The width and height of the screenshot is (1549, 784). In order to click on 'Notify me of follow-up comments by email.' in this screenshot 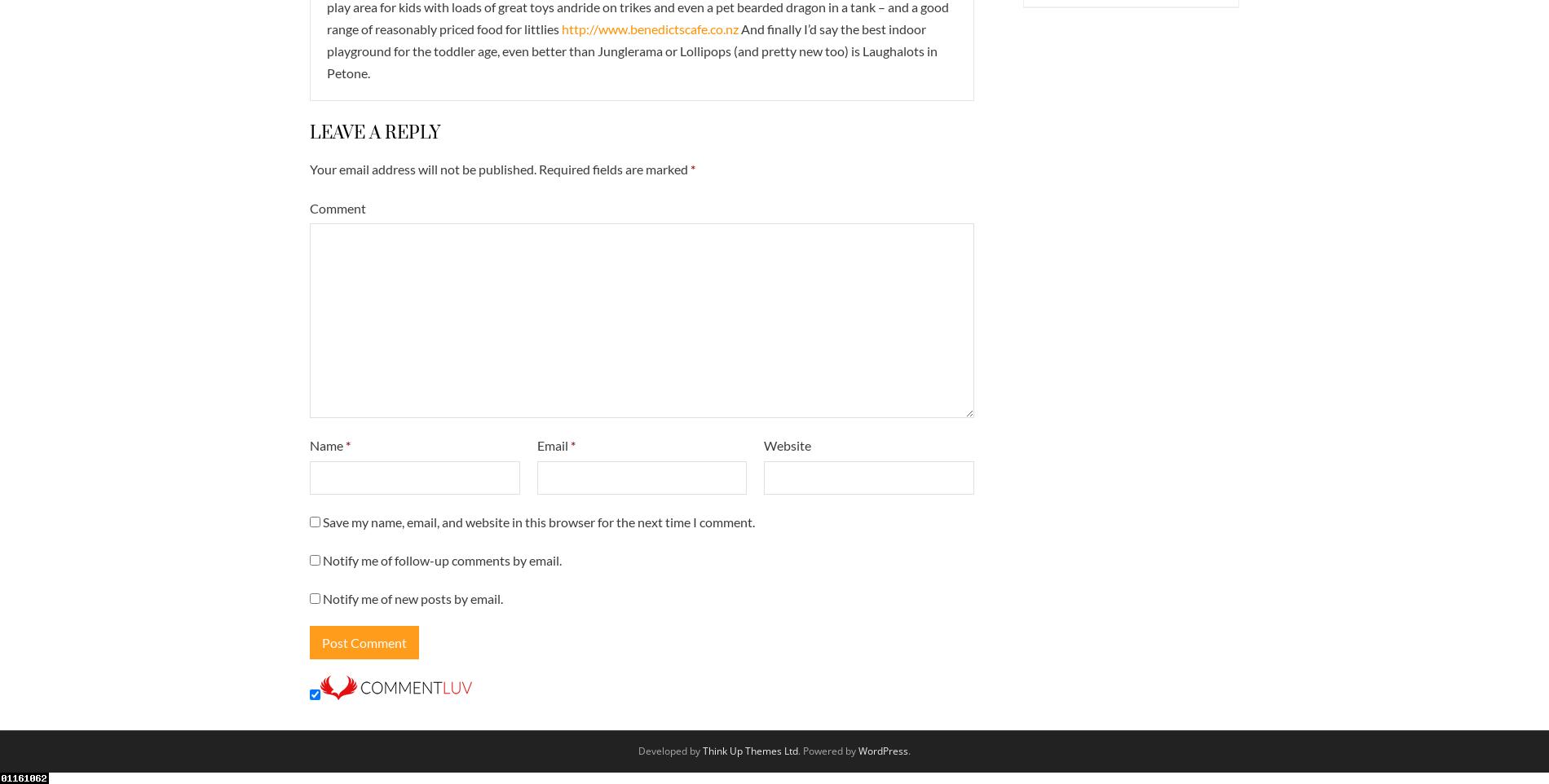, I will do `click(442, 558)`.